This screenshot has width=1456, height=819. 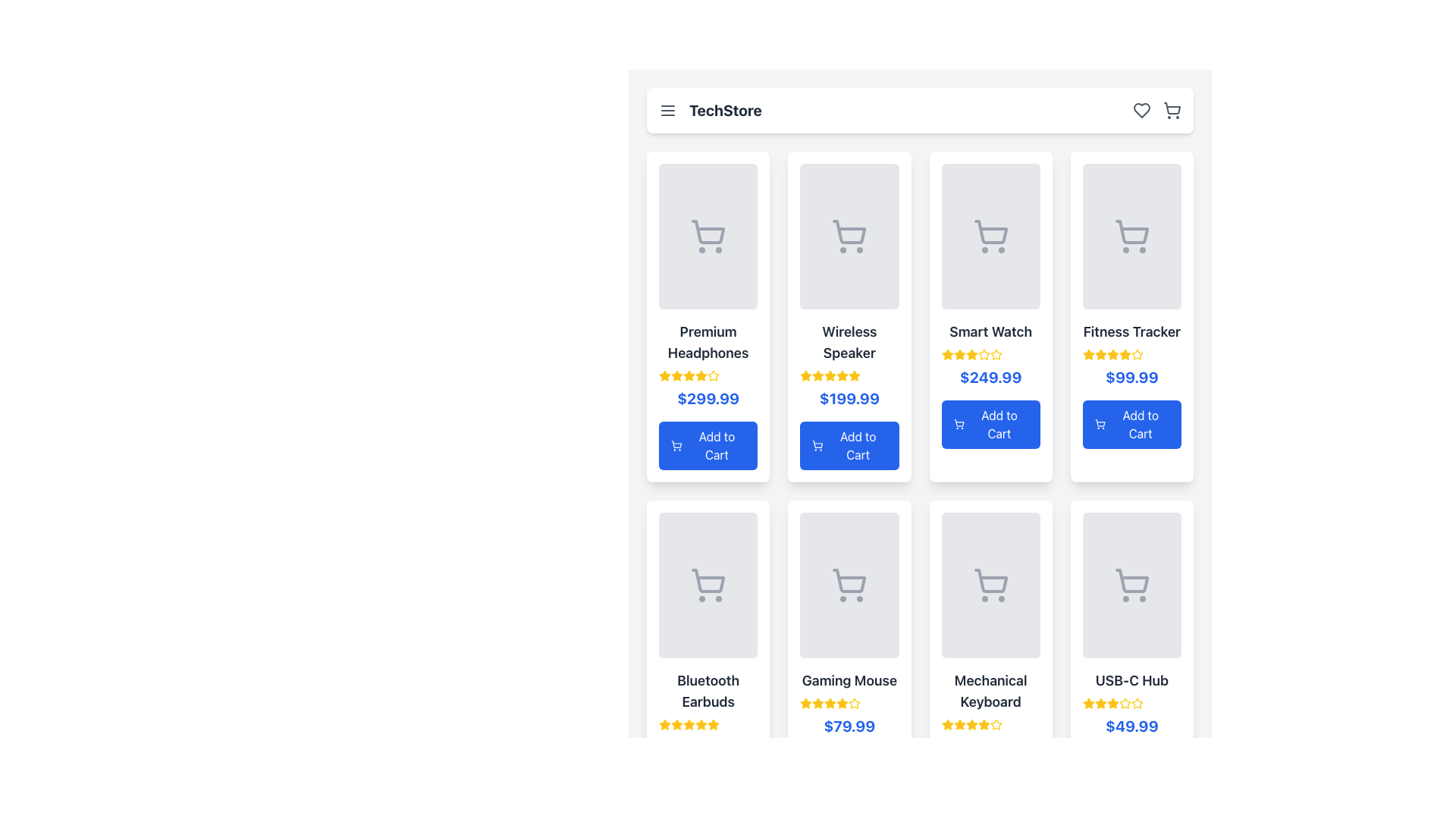 I want to click on the star icon used for rating in the 'Premium Headphones' product card, which is filled with yellow color (#FBBF24) and located in the upper left corner of the product grid, so click(x=665, y=375).